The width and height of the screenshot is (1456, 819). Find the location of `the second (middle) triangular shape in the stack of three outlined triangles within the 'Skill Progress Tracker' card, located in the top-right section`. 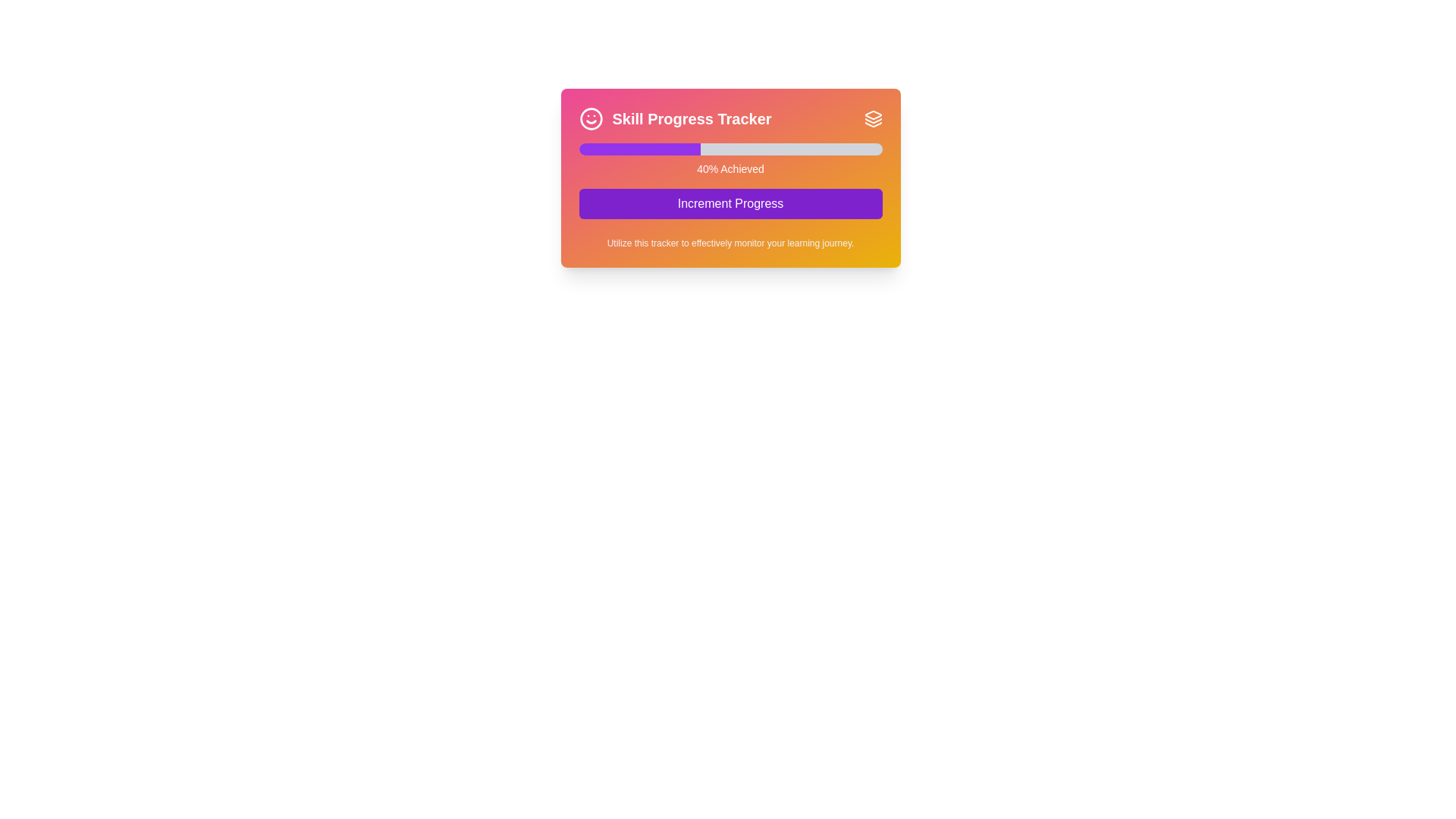

the second (middle) triangular shape in the stack of three outlined triangles within the 'Skill Progress Tracker' card, located in the top-right section is located at coordinates (873, 120).